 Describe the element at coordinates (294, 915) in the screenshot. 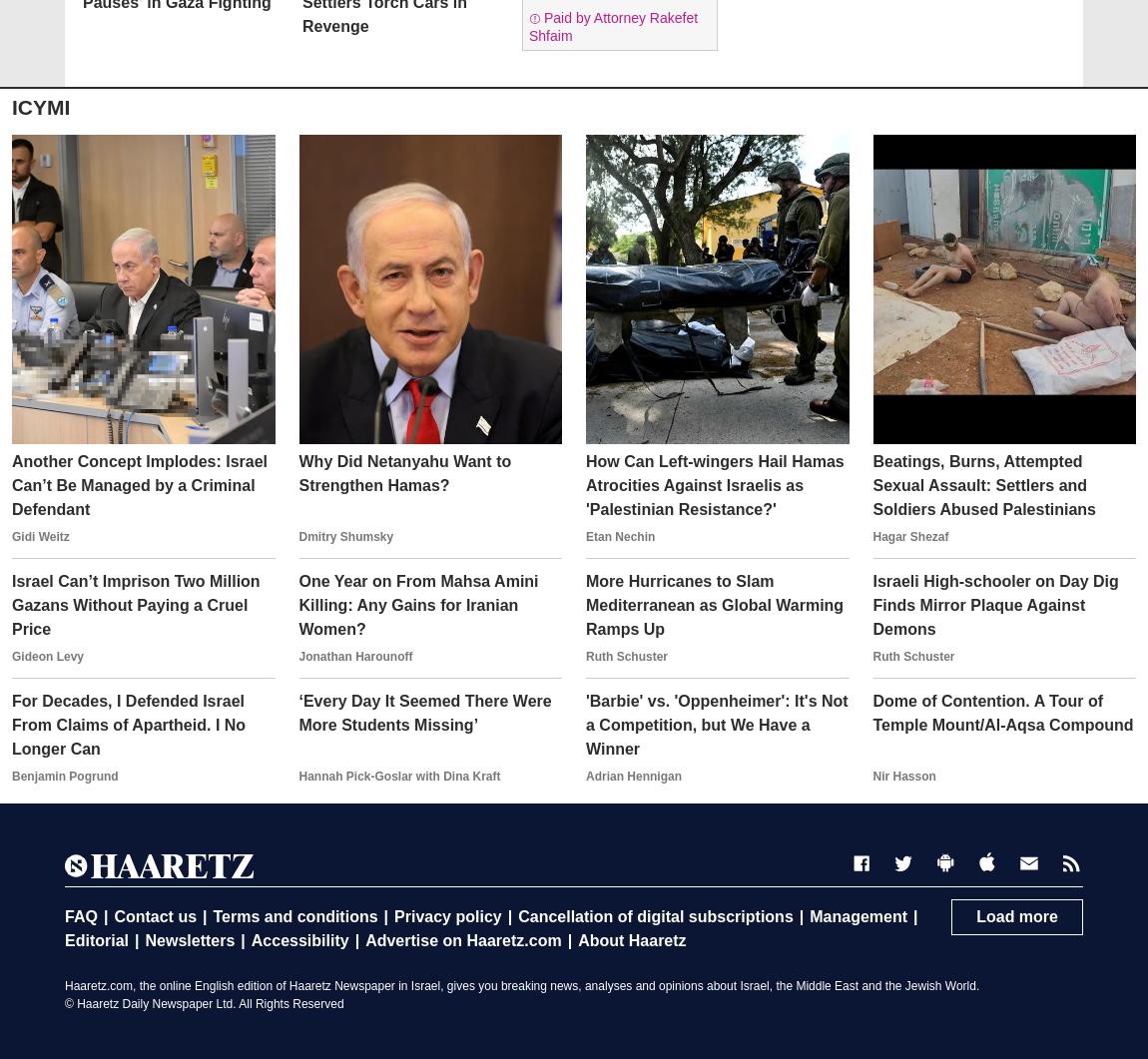

I see `'Terms and conditions'` at that location.